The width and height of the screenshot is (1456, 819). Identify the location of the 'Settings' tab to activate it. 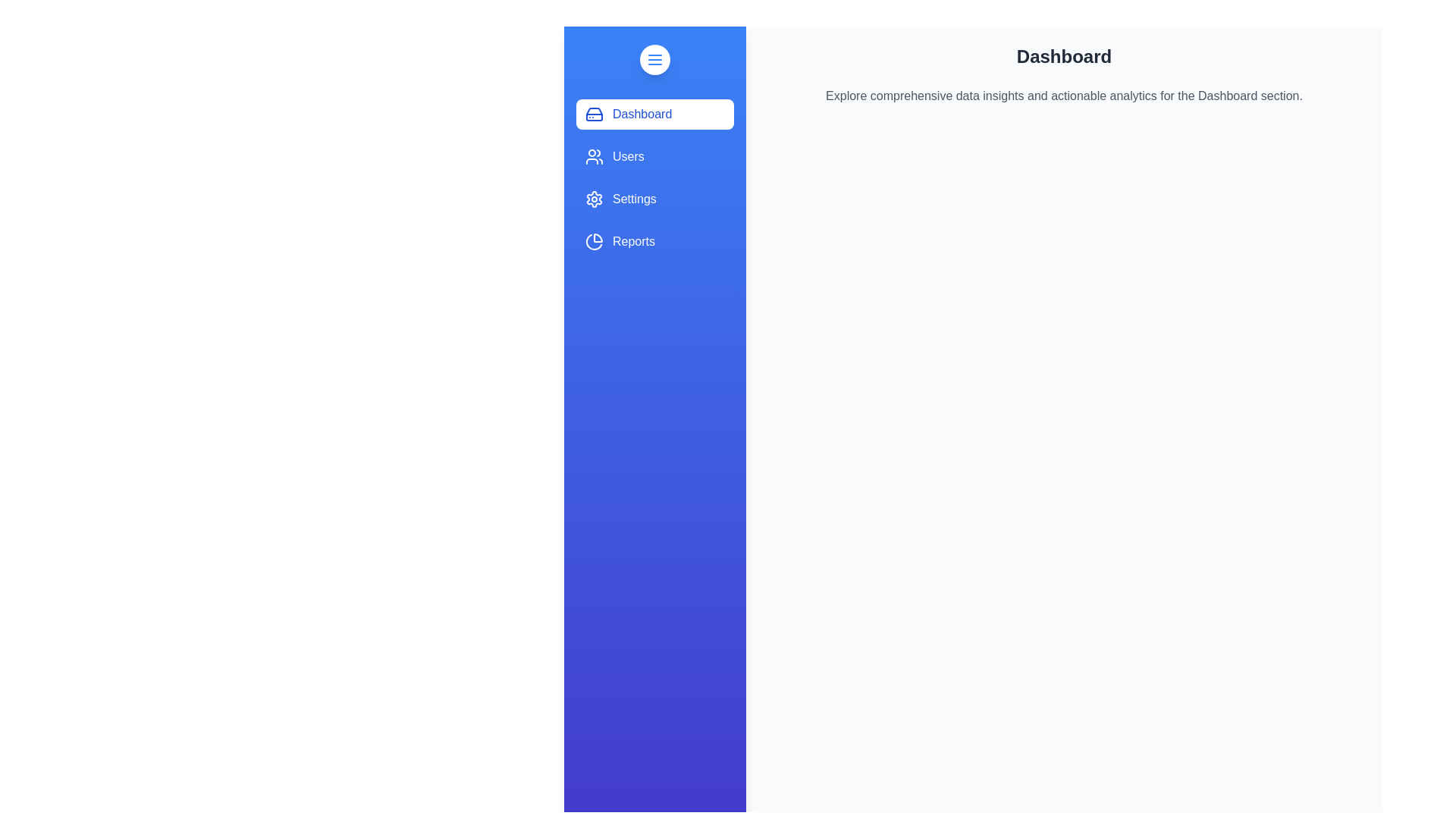
(655, 198).